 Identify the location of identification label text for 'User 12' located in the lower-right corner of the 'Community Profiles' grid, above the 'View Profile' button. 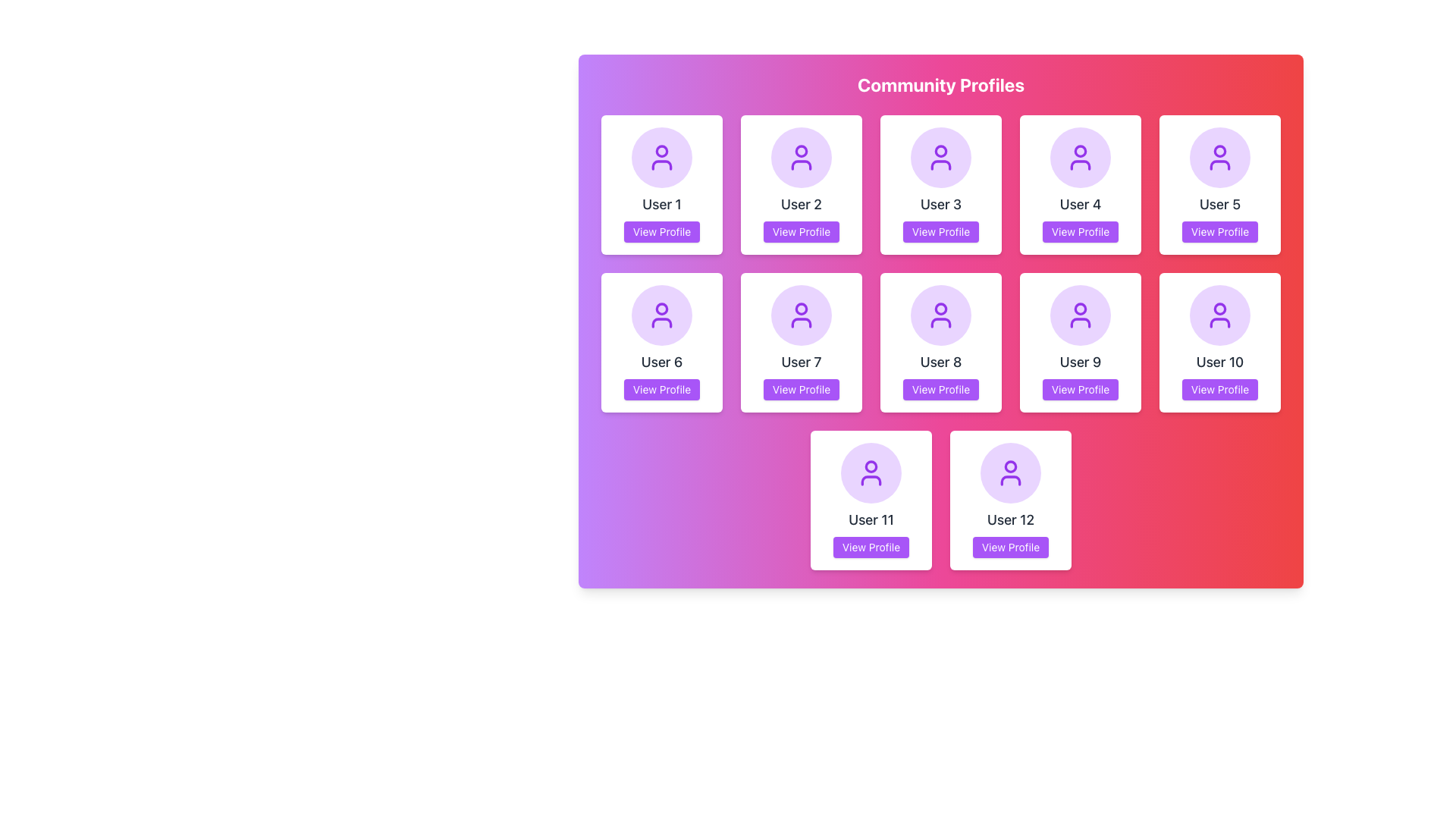
(1011, 519).